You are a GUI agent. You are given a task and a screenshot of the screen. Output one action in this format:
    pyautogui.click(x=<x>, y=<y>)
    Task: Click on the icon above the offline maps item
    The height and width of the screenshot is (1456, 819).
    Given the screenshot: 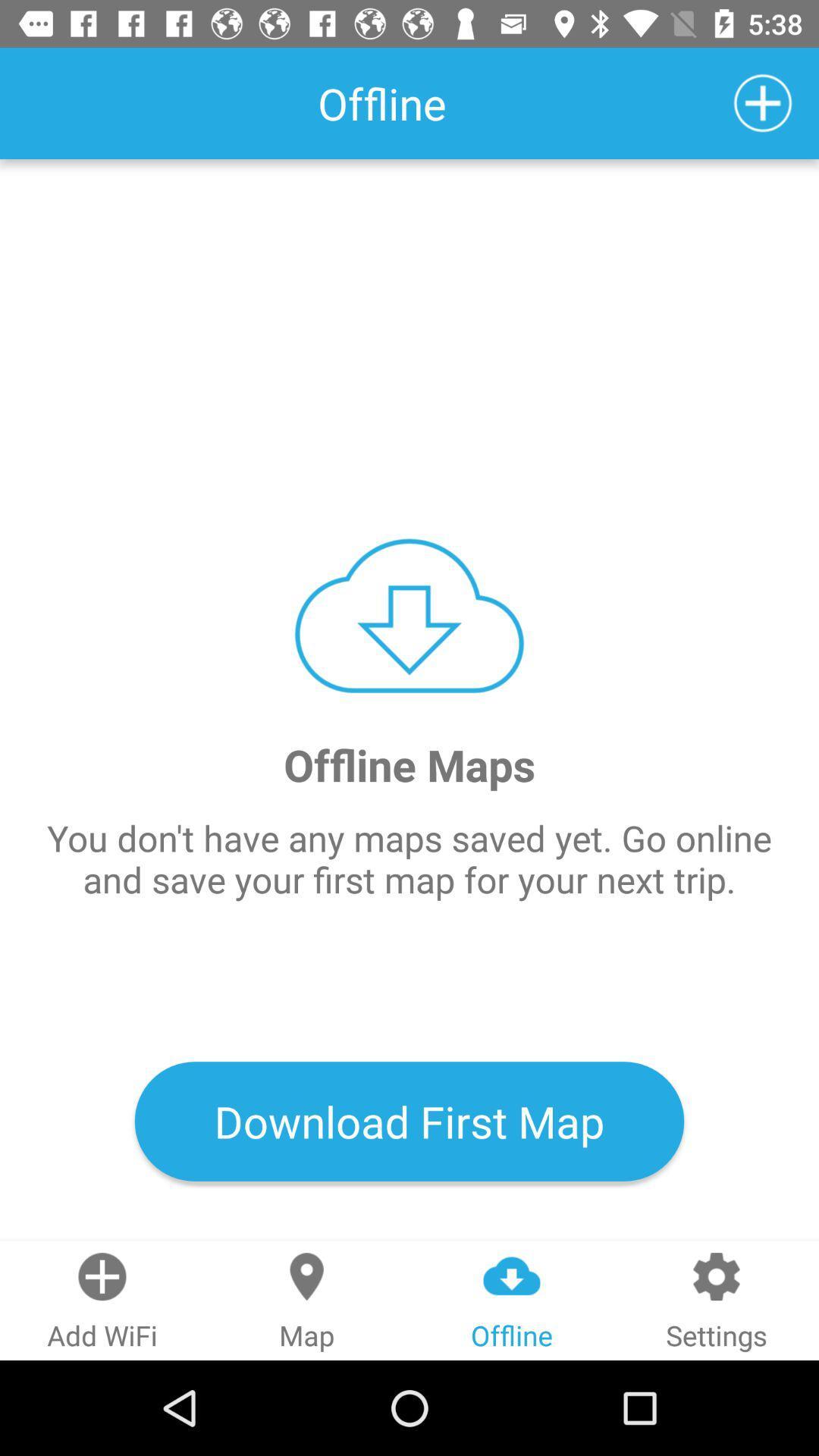 What is the action you would take?
    pyautogui.click(x=763, y=102)
    